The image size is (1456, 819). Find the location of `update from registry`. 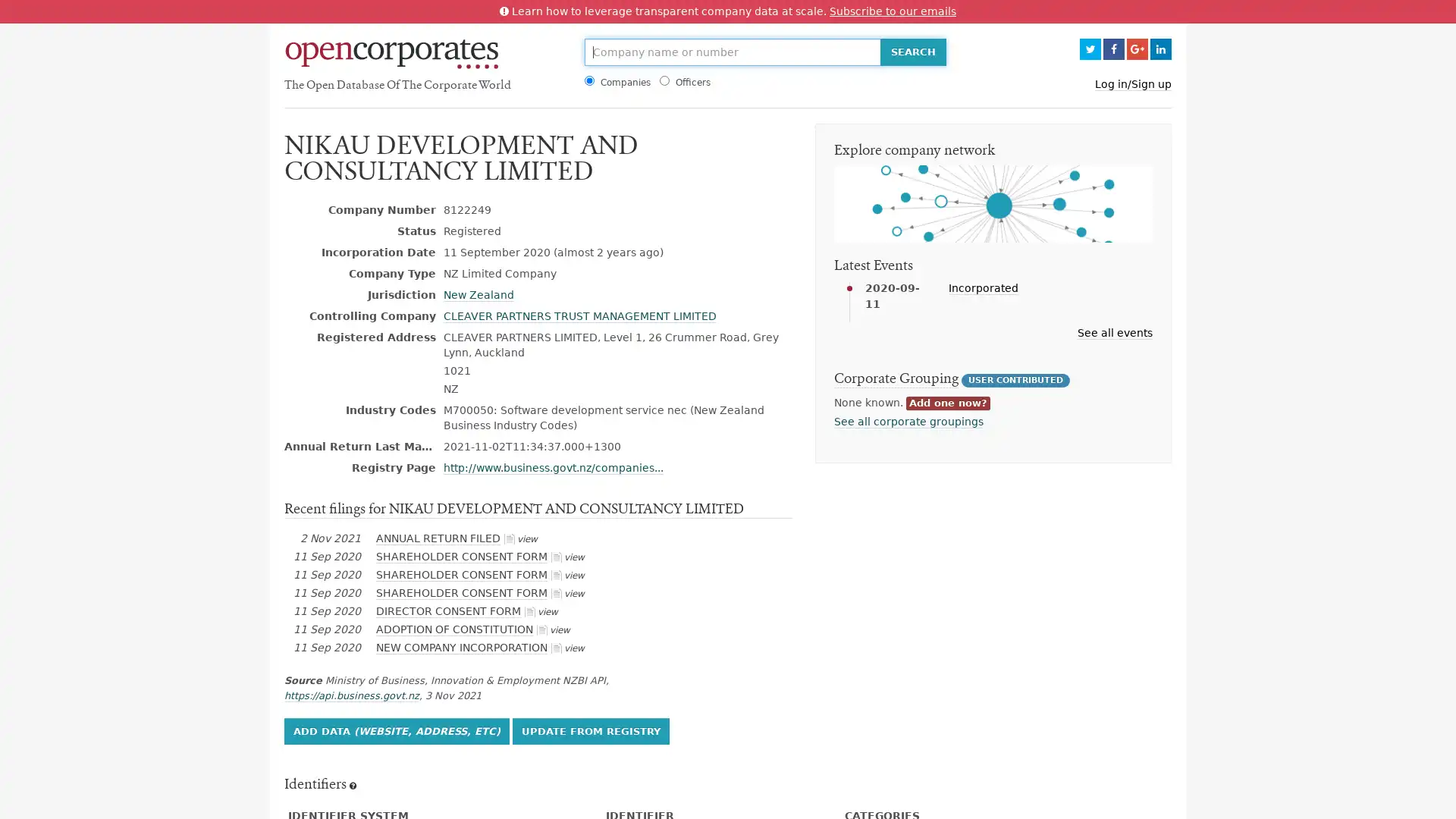

update from registry is located at coordinates (589, 730).